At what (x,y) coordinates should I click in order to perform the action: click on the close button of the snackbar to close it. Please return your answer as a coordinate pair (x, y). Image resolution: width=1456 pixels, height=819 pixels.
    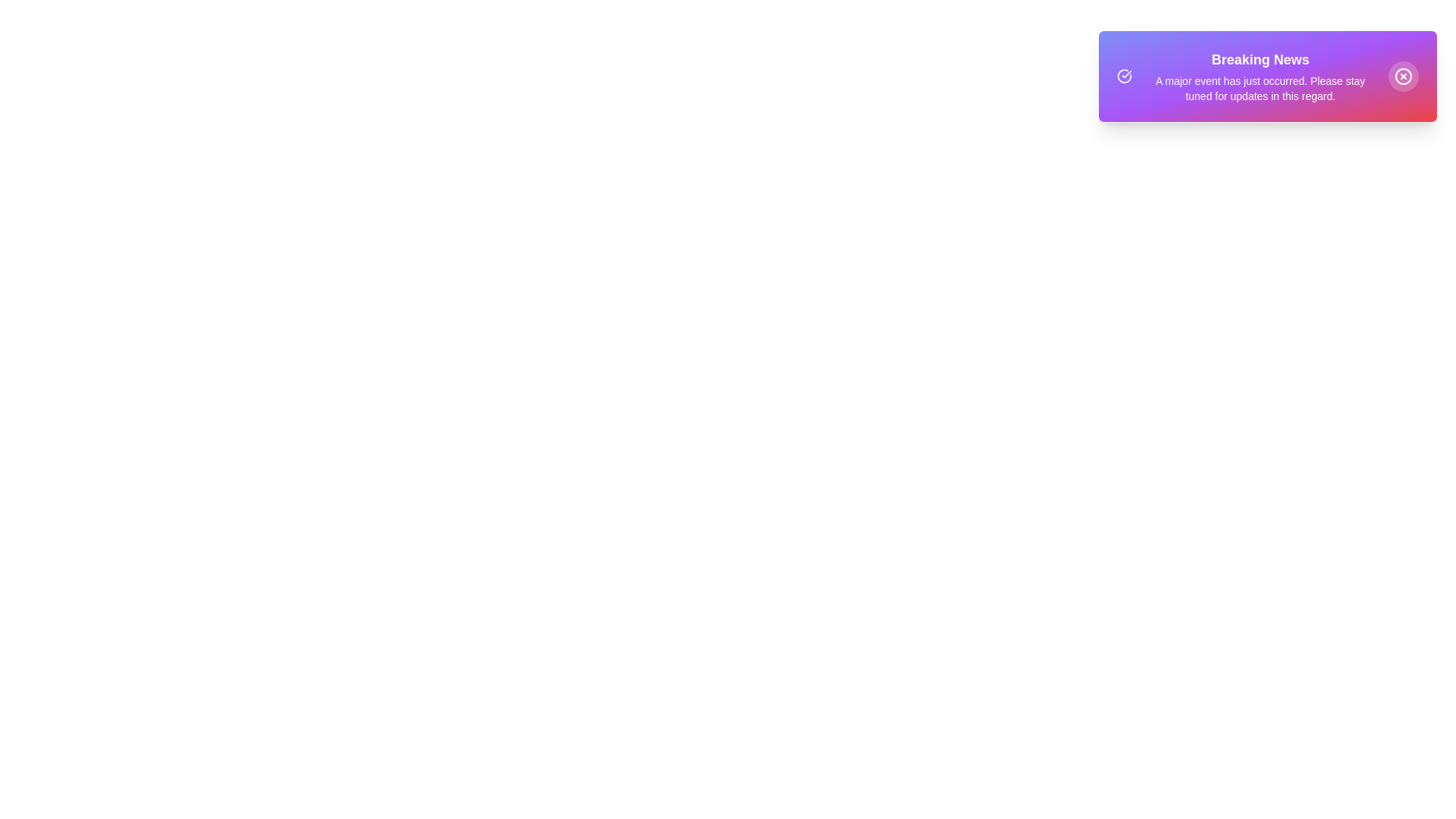
    Looking at the image, I should click on (1403, 76).